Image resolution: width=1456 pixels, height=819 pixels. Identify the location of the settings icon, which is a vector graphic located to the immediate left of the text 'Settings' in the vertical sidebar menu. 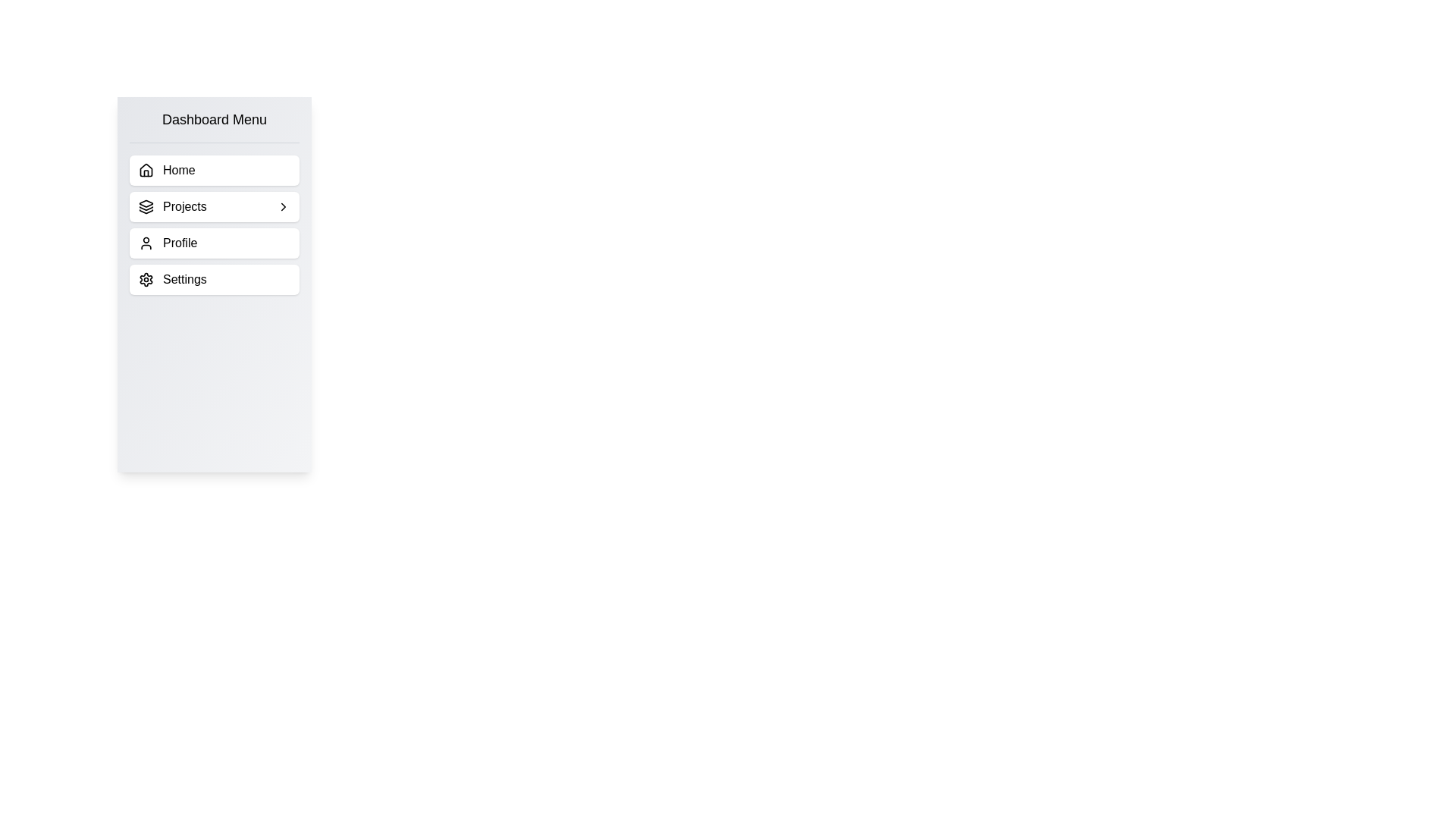
(146, 280).